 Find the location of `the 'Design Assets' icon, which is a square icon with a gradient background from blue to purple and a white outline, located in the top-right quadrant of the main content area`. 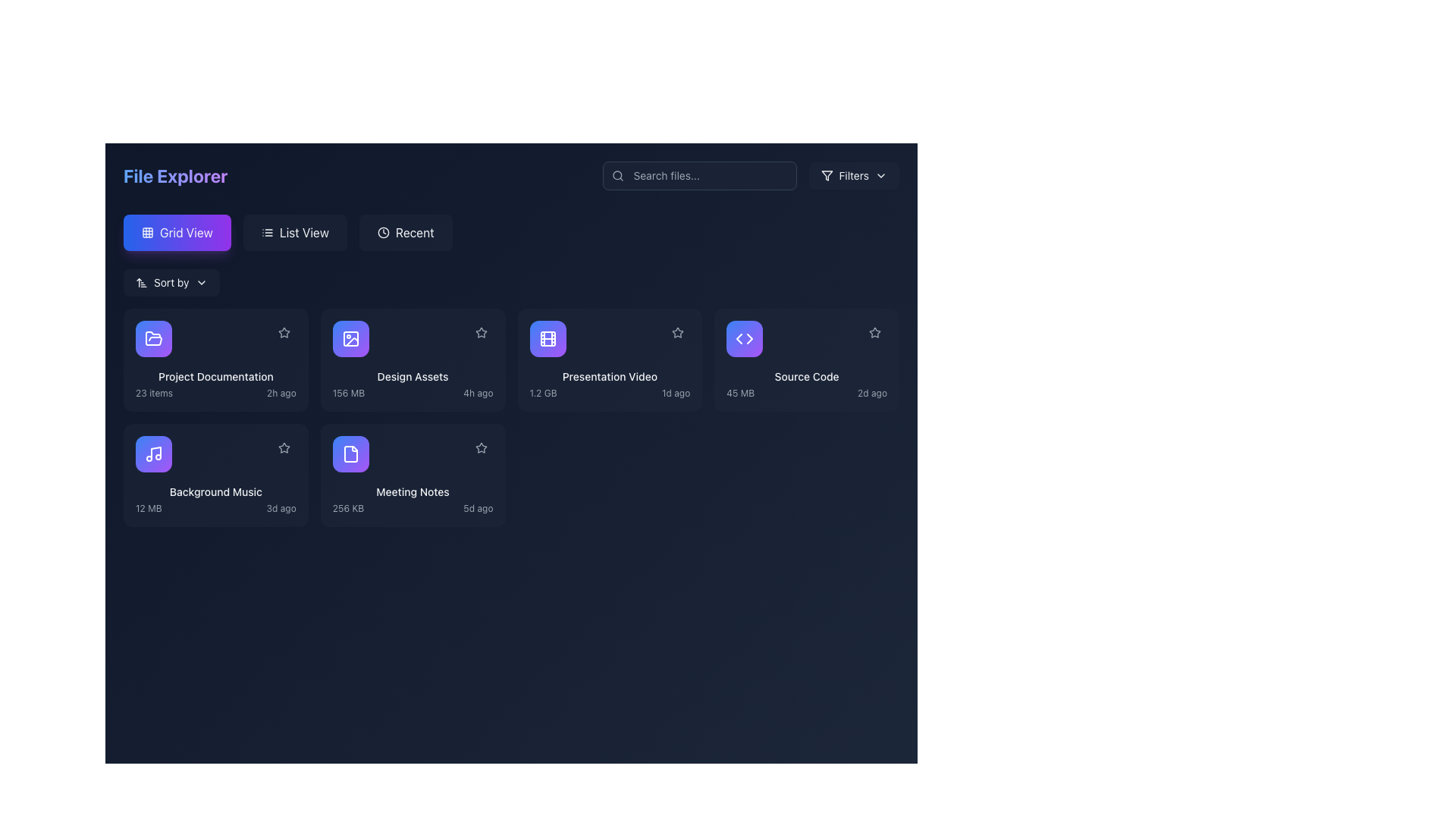

the 'Design Assets' icon, which is a square icon with a gradient background from blue to purple and a white outline, located in the top-right quadrant of the main content area is located at coordinates (350, 338).